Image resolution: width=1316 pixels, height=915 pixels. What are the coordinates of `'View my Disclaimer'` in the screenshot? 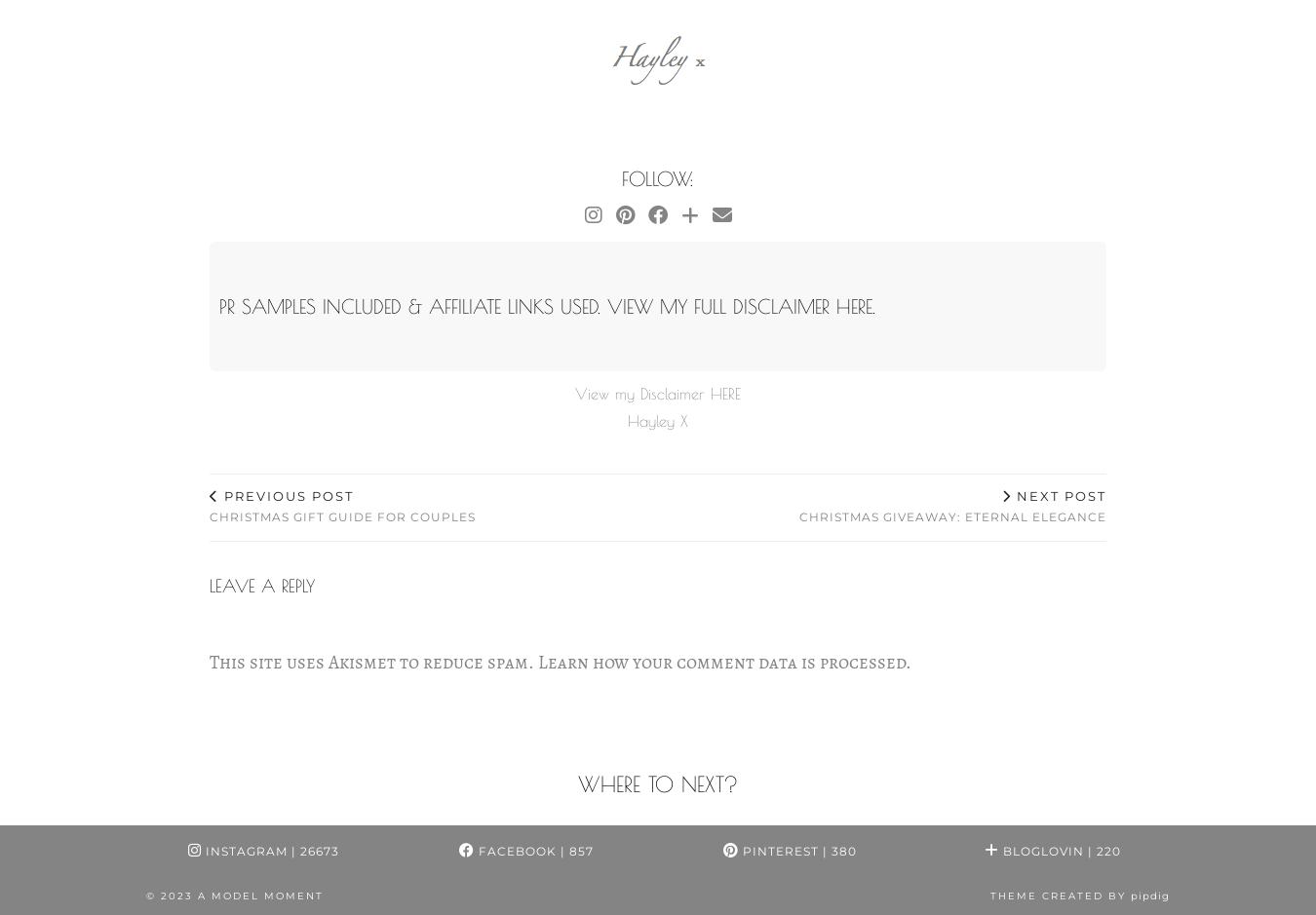 It's located at (642, 392).